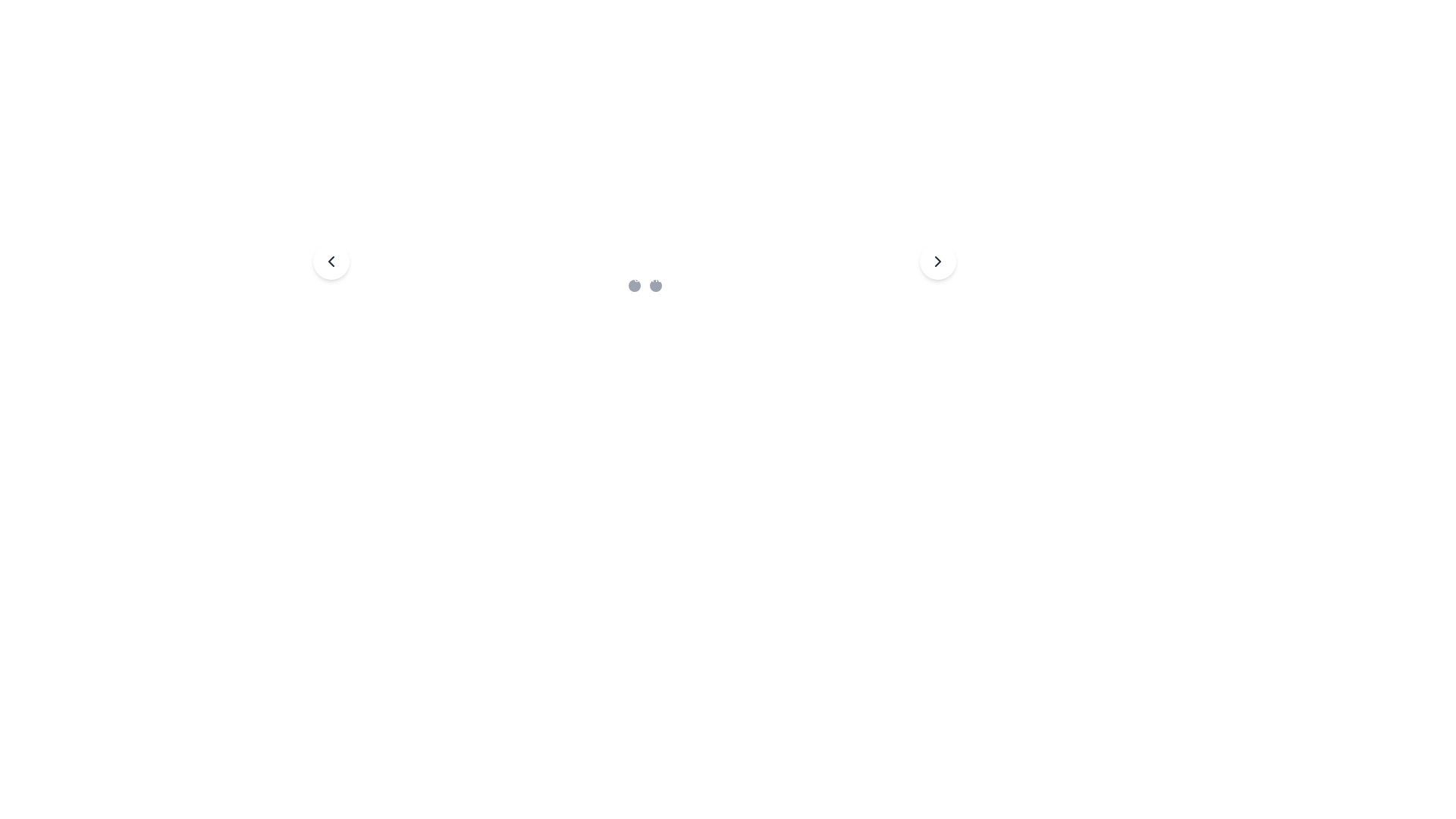 Image resolution: width=1456 pixels, height=819 pixels. What do you see at coordinates (937, 260) in the screenshot?
I see `the right-arrow chevron icon` at bounding box center [937, 260].